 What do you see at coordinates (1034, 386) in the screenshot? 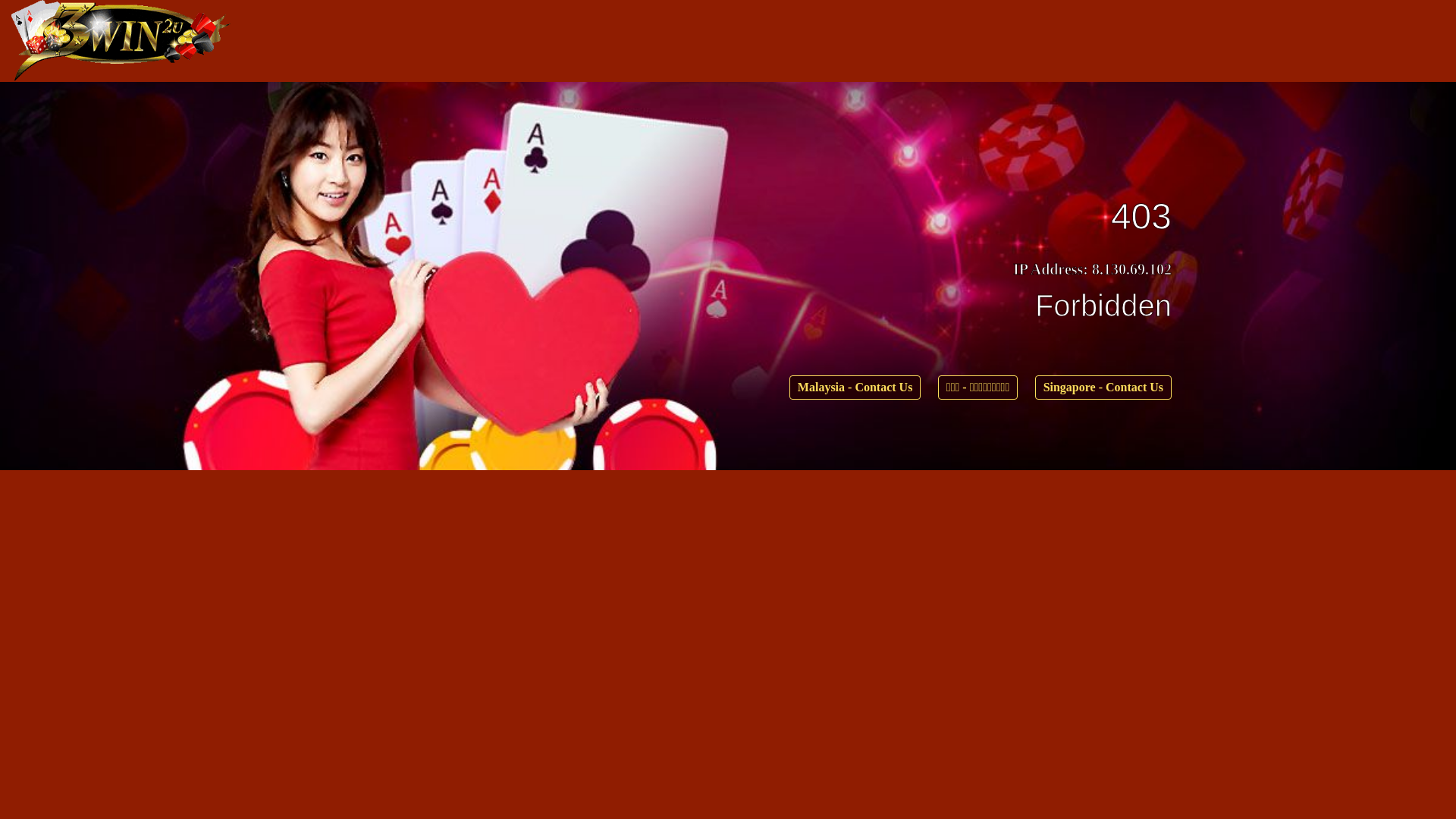
I see `'Singapore - Contact Us'` at bounding box center [1034, 386].